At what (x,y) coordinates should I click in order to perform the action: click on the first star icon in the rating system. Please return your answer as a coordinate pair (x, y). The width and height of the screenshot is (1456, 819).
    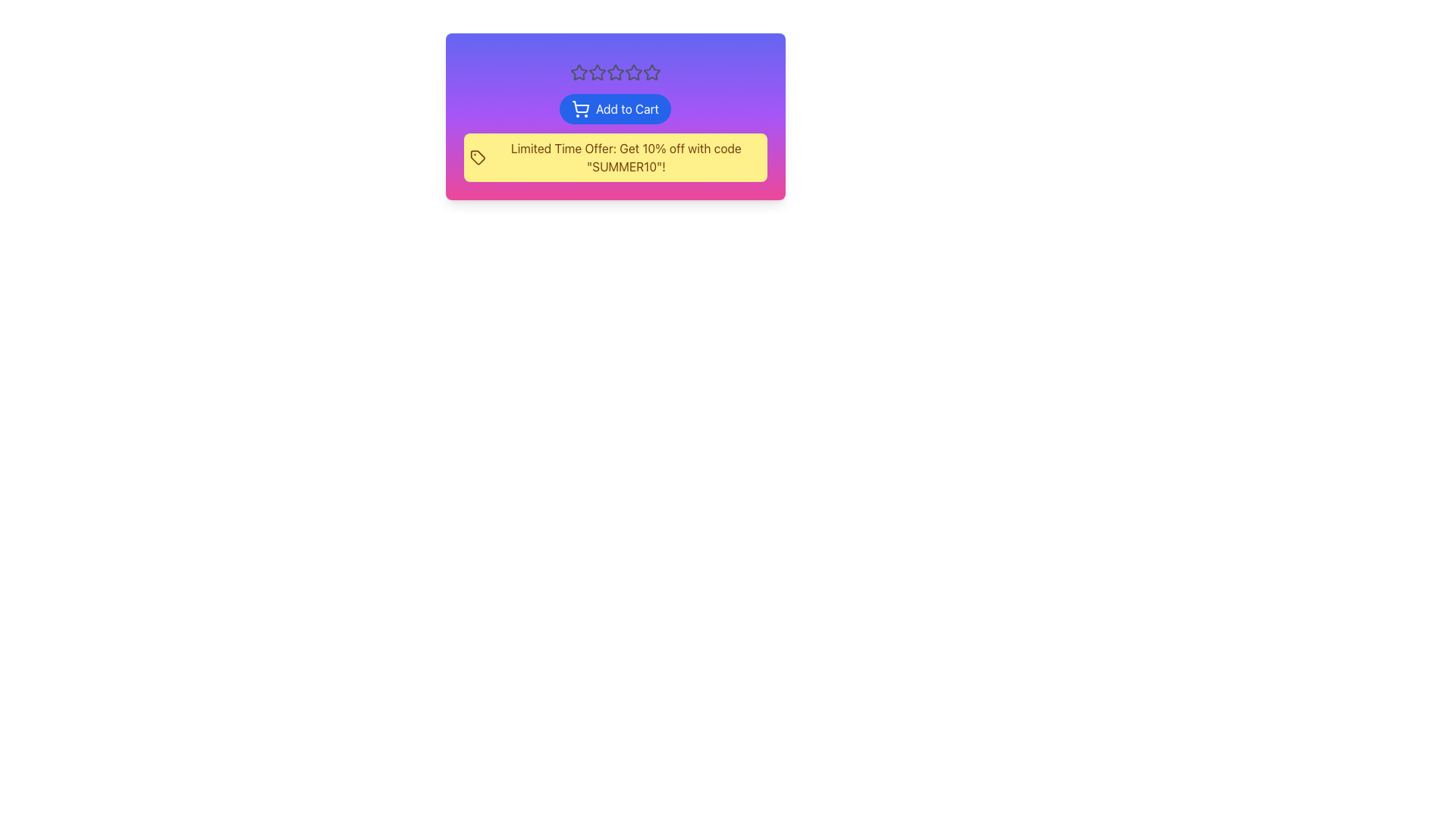
    Looking at the image, I should click on (596, 72).